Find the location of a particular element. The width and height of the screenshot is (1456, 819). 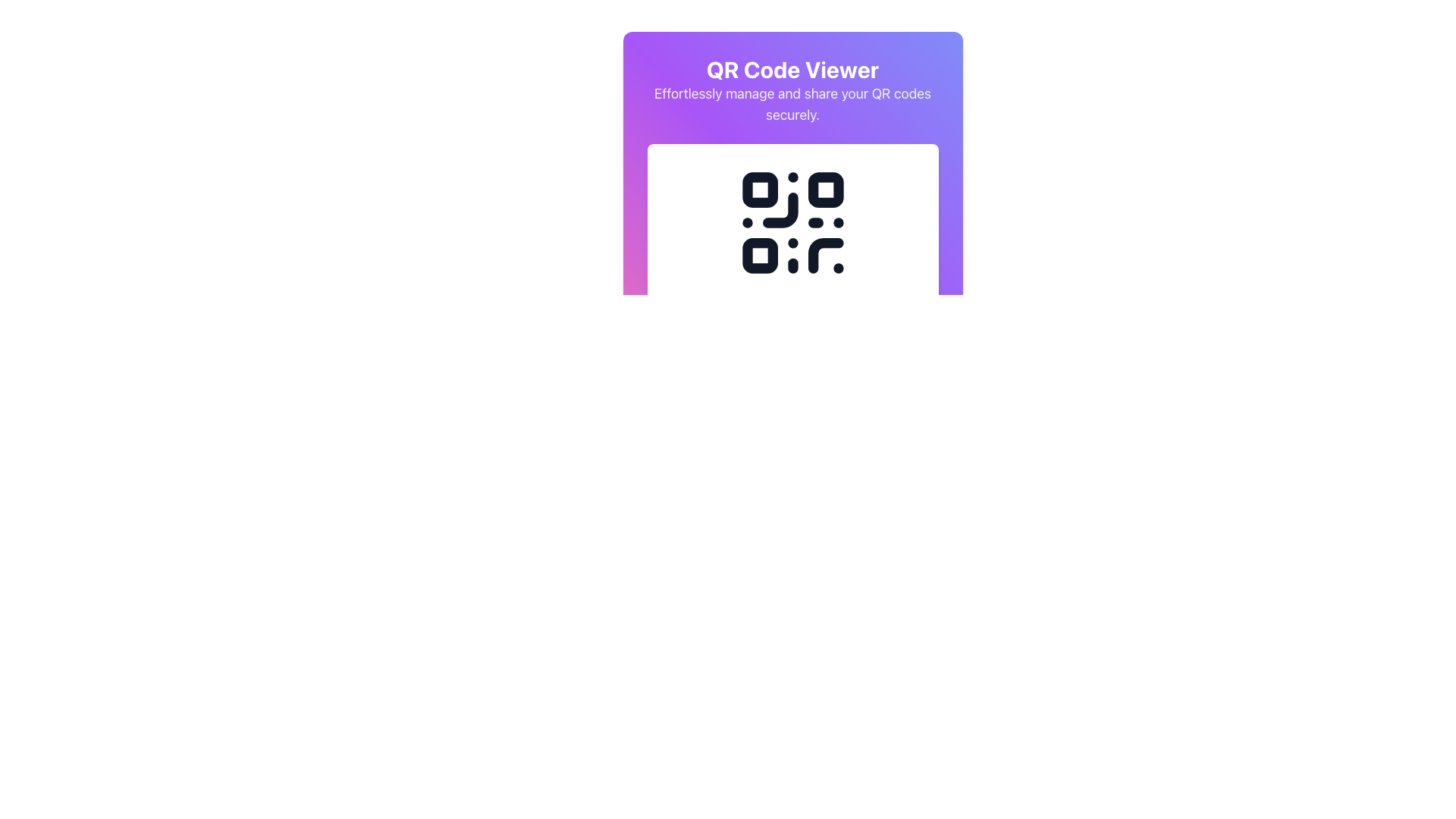

the text label that reads 'Effortlessly manage and share your QR codes securely.' styled with light gray color on a gradient purple background, located below the header 'QR Code Viewer' is located at coordinates (792, 104).